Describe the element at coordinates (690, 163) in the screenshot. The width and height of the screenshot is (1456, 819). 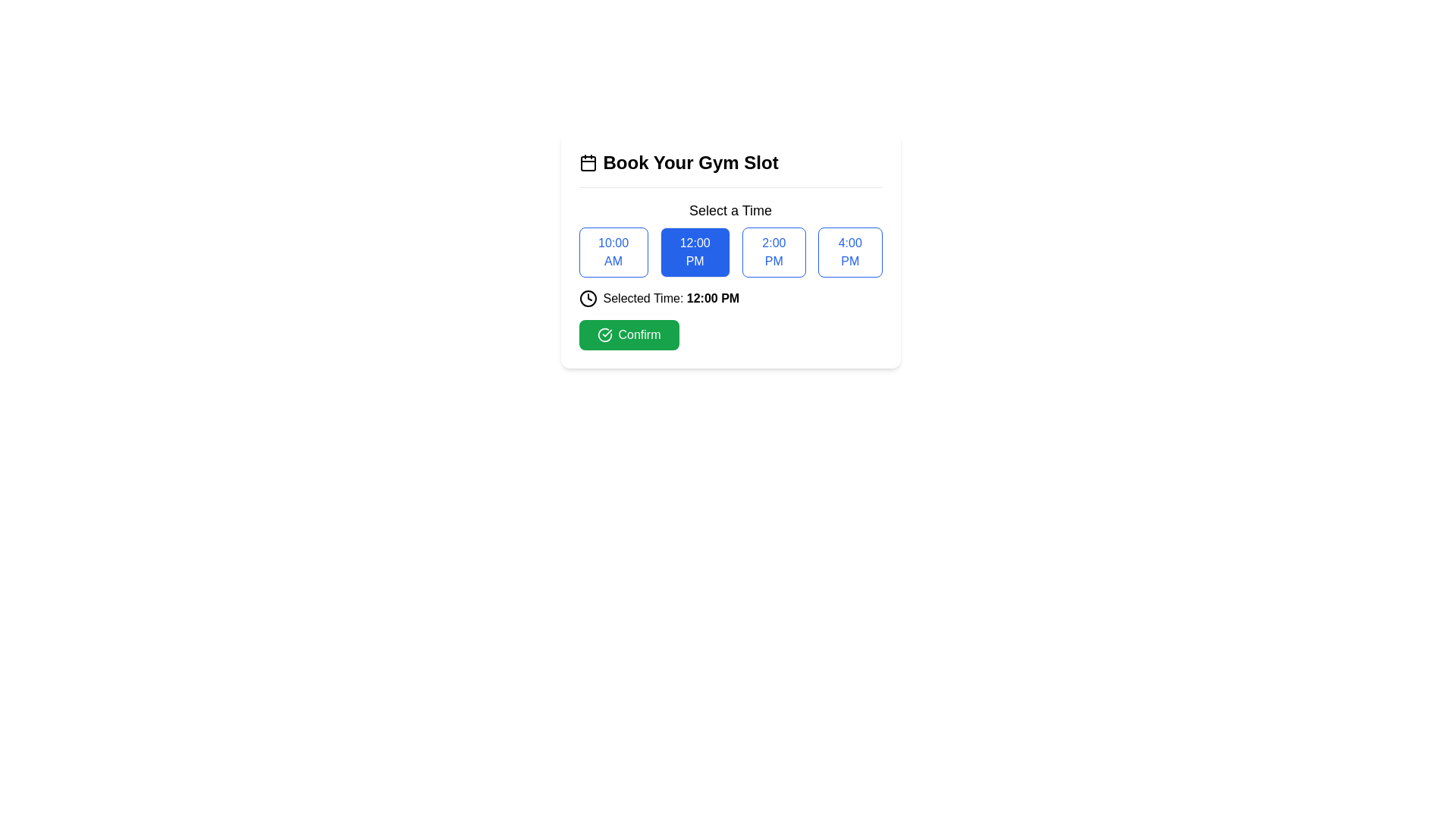
I see `the text component displaying the title 'Book Your Gym Slot' located in the header section near the calendar icon` at that location.